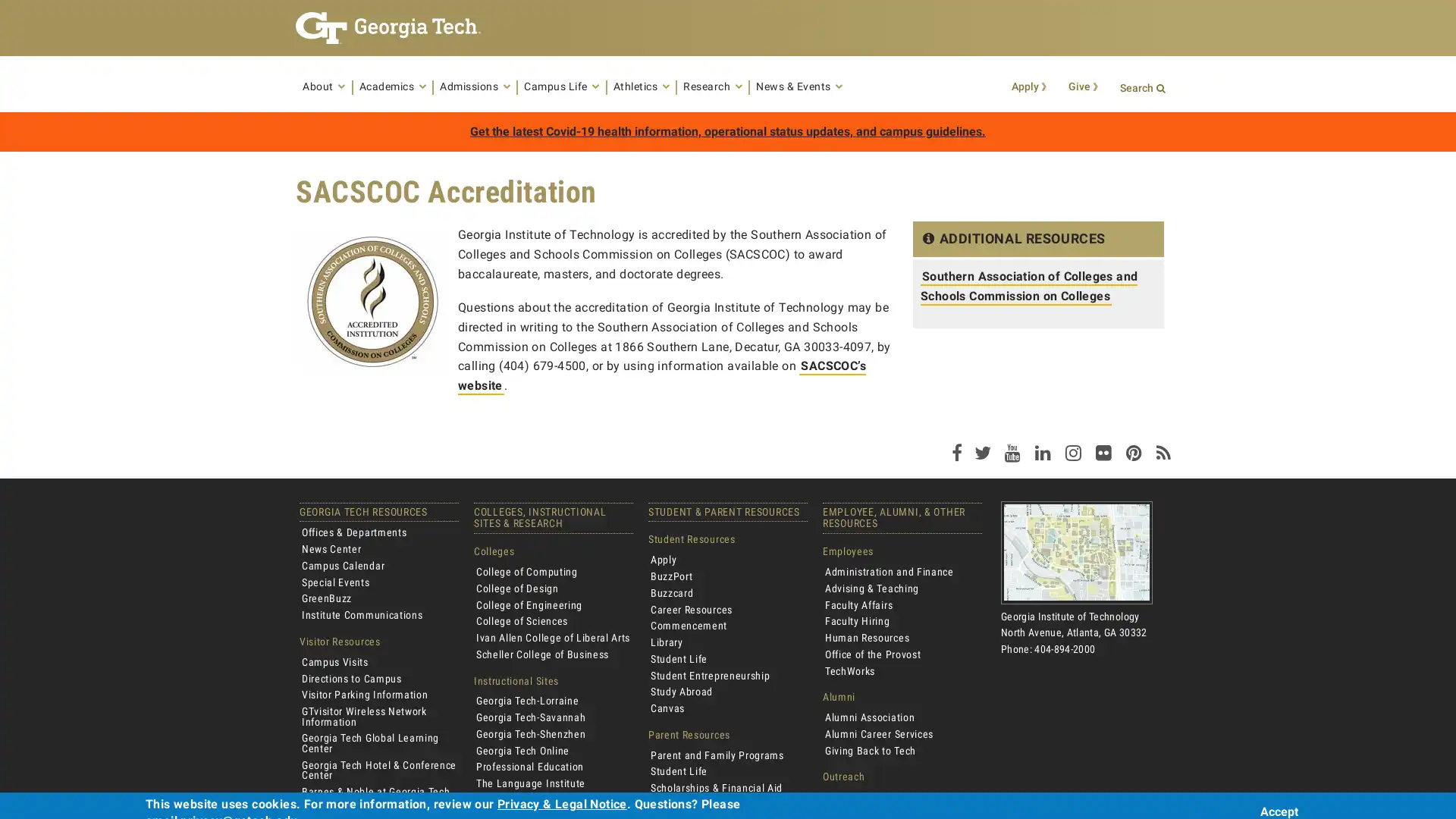 The image size is (1456, 819). Describe the element at coordinates (1095, 125) in the screenshot. I see `Search Button` at that location.